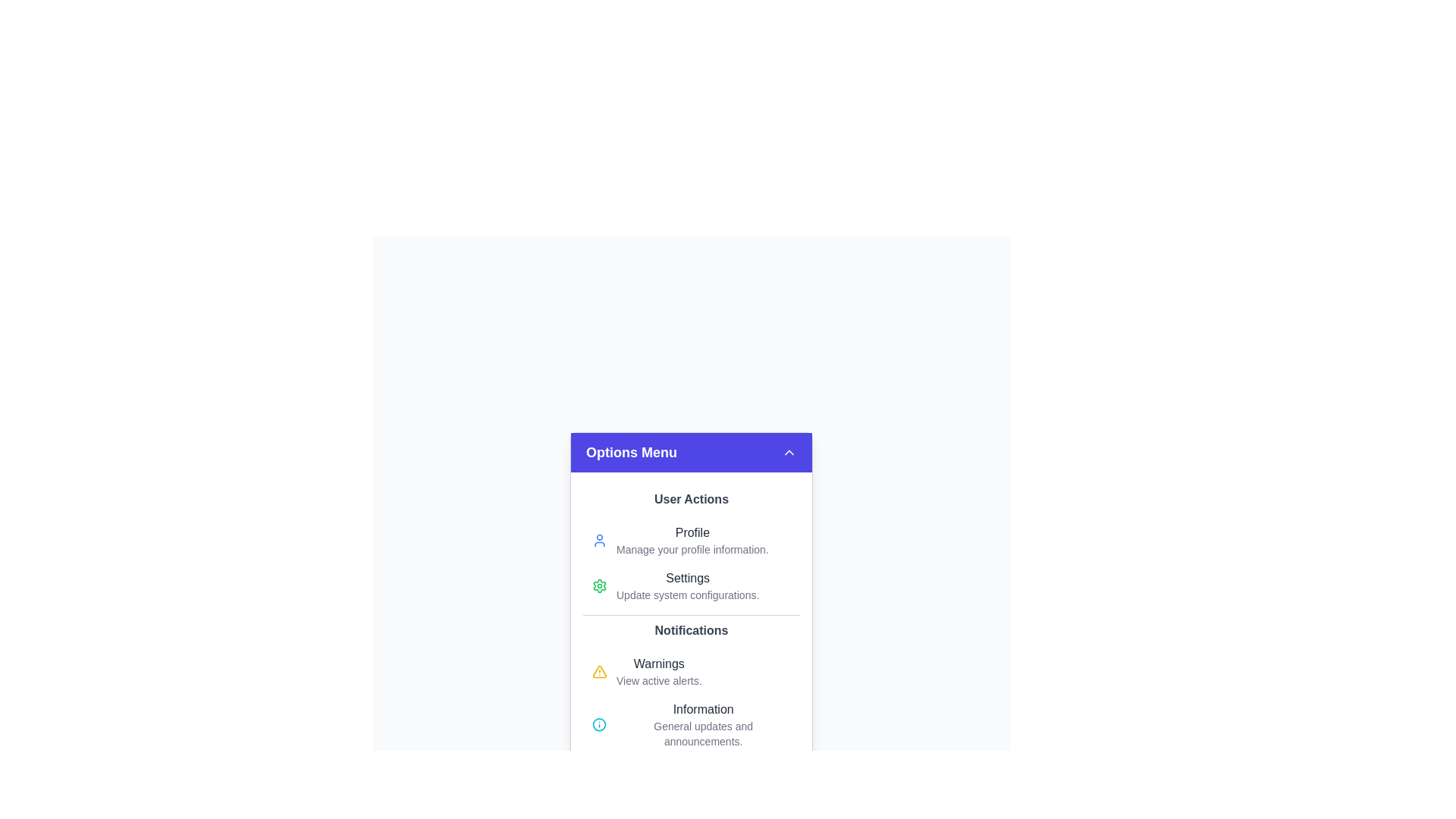 The width and height of the screenshot is (1456, 819). What do you see at coordinates (691, 550) in the screenshot?
I see `one of the items within the Grouped menu items or category section located at the top of the menu structure below the header` at bounding box center [691, 550].